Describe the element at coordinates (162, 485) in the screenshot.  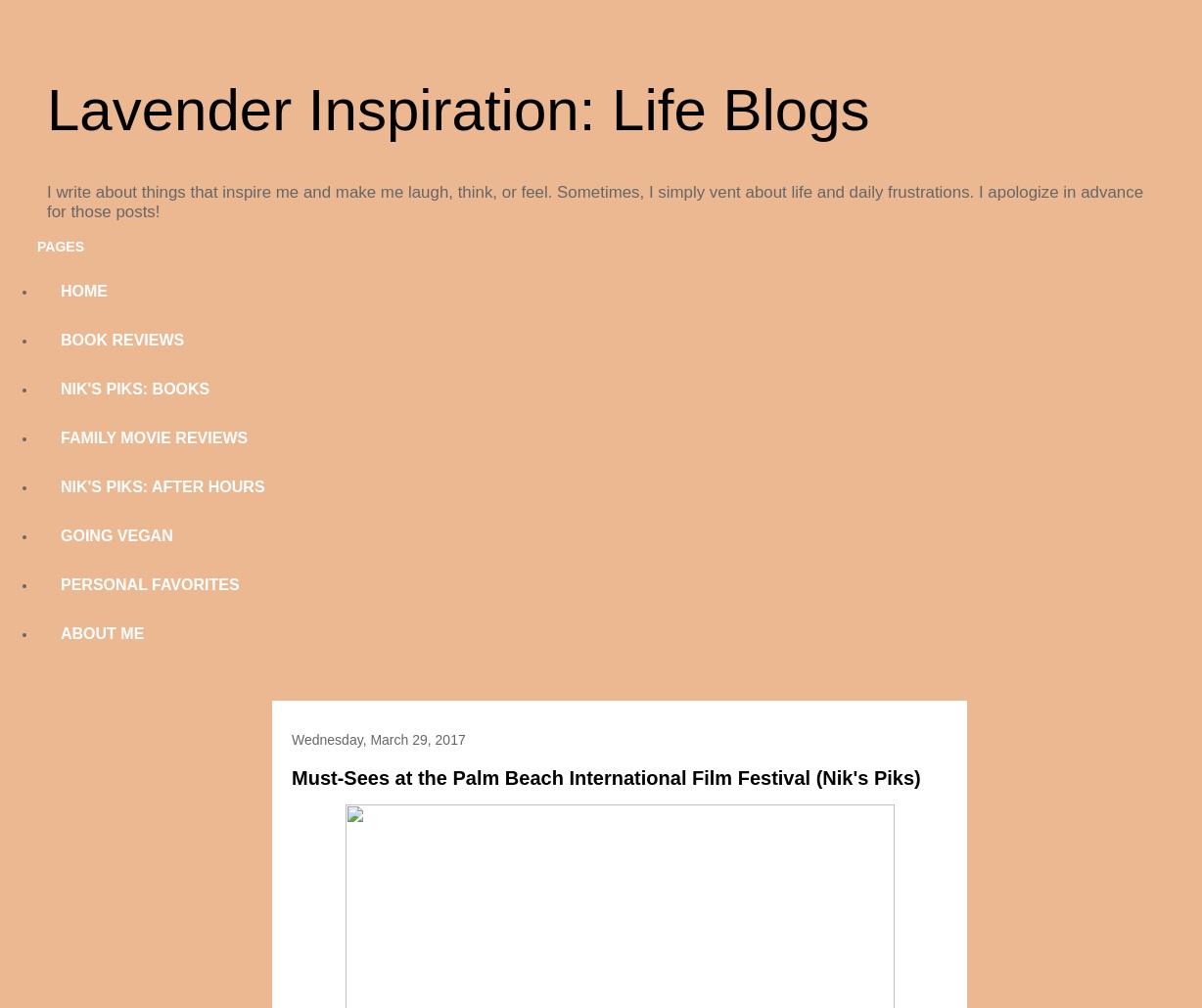
I see `'NIK'S PIKS: AFTER HOURS'` at that location.